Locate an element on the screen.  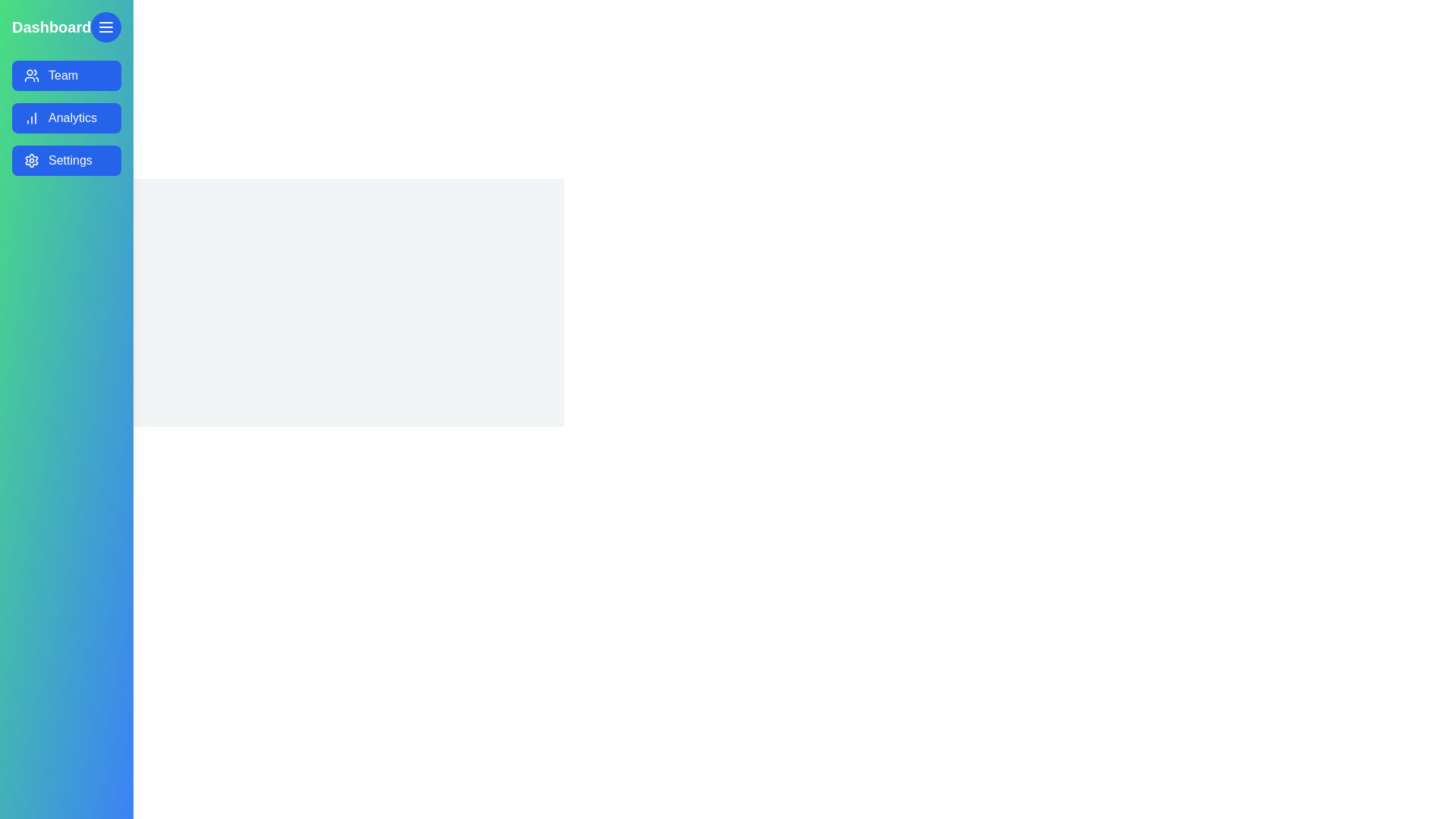
the menu item labeled Analytics is located at coordinates (66, 117).